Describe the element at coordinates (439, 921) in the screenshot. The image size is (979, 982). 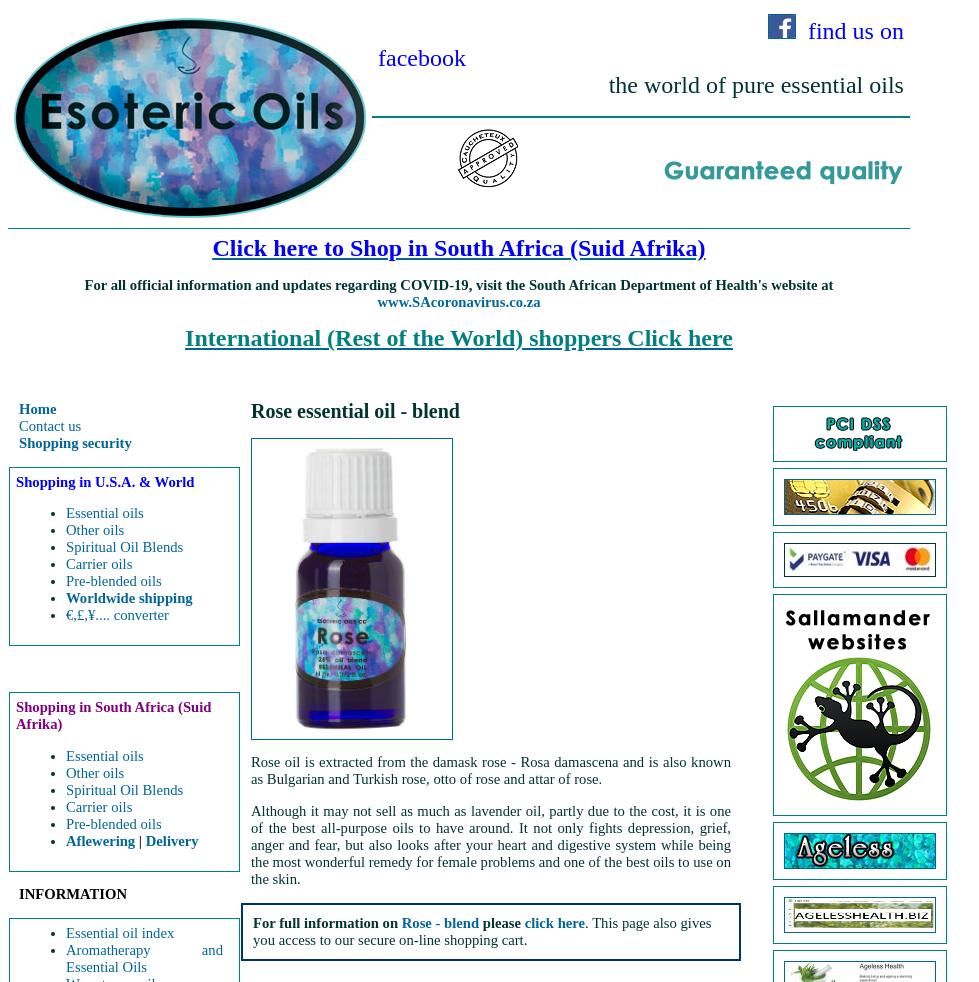
I see `'Rose - blend'` at that location.